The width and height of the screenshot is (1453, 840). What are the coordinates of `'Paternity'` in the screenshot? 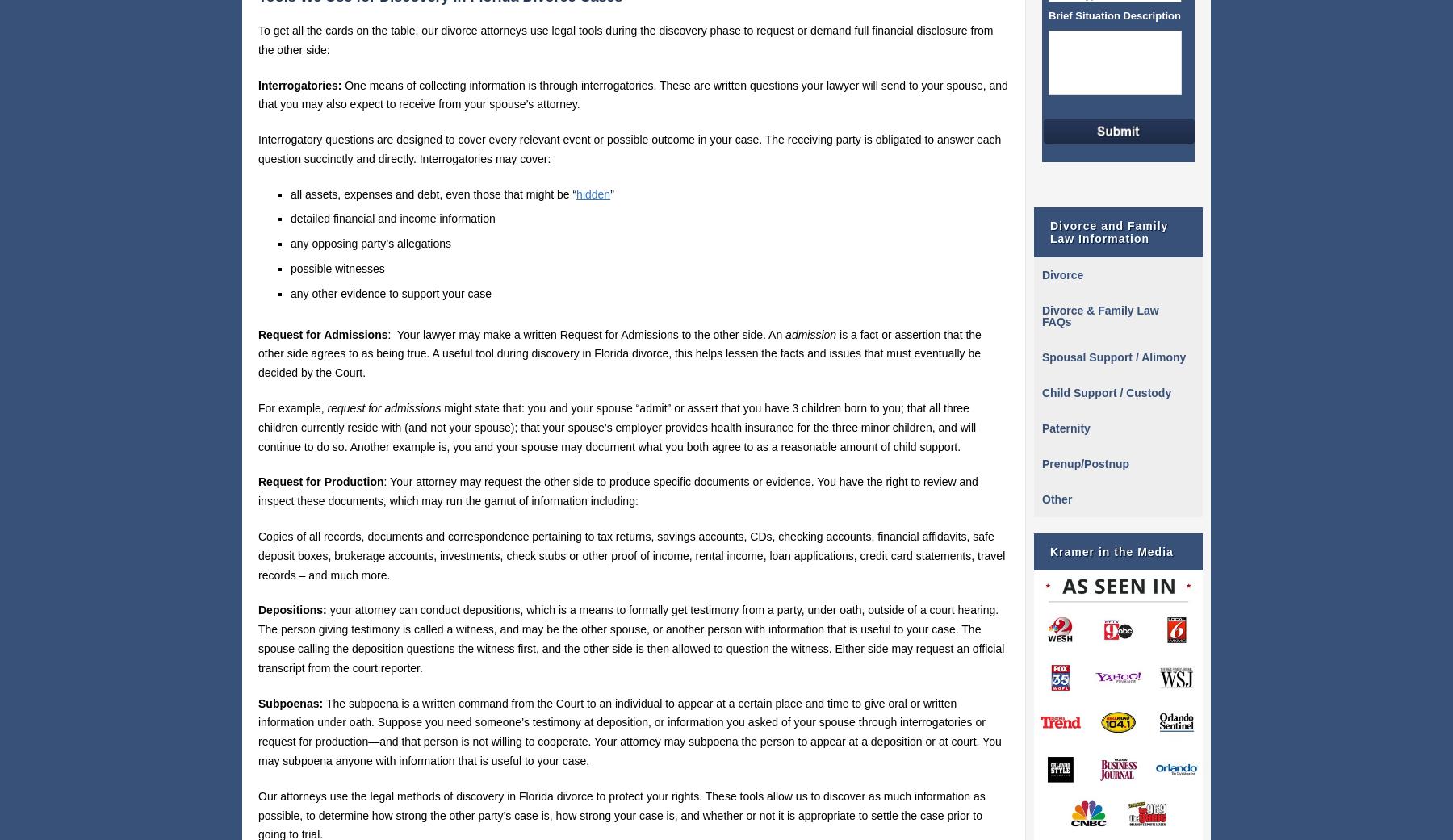 It's located at (1066, 428).